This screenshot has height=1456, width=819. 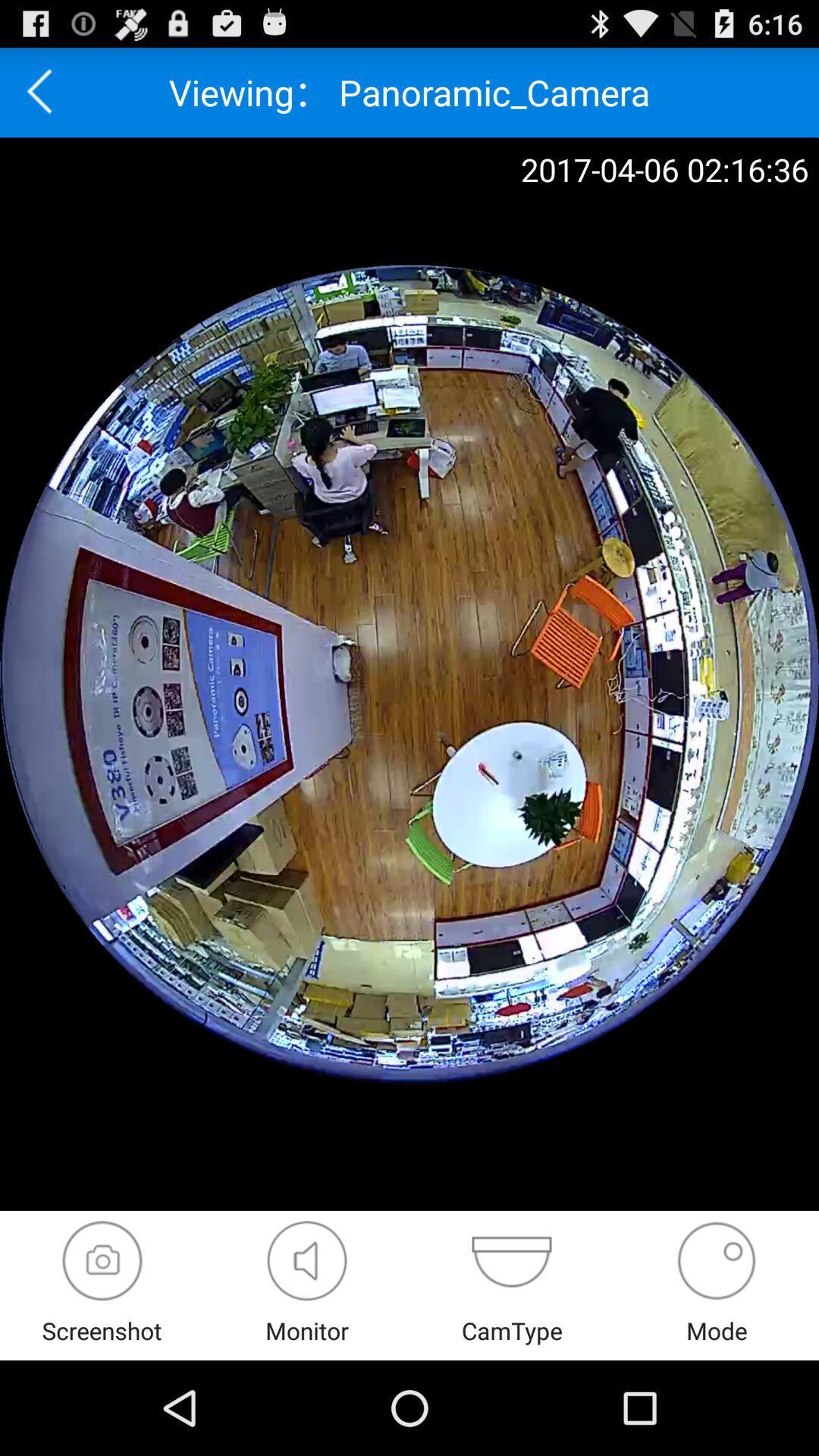 I want to click on go back, so click(x=44, y=92).